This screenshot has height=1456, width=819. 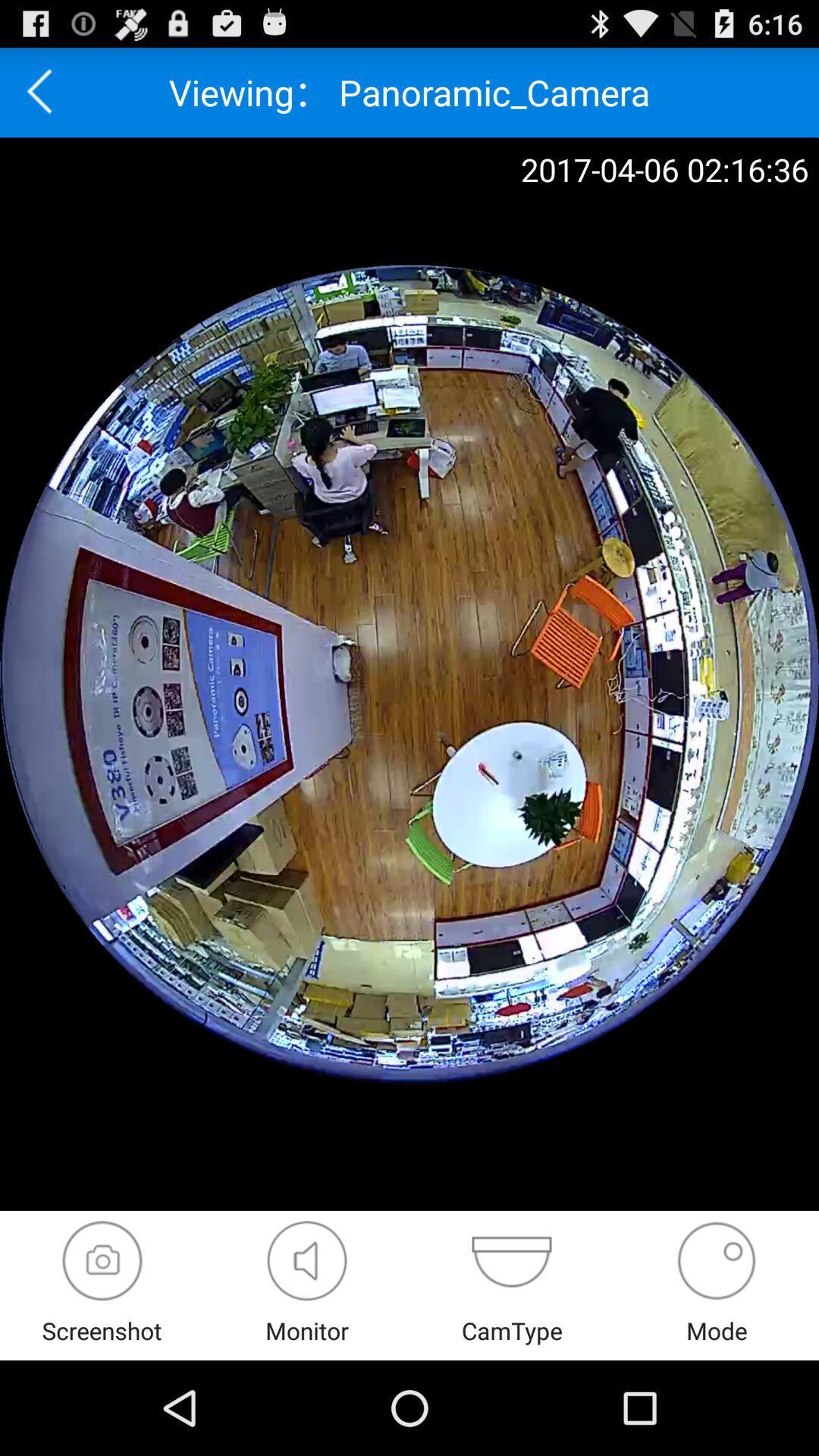 I want to click on go back, so click(x=44, y=92).